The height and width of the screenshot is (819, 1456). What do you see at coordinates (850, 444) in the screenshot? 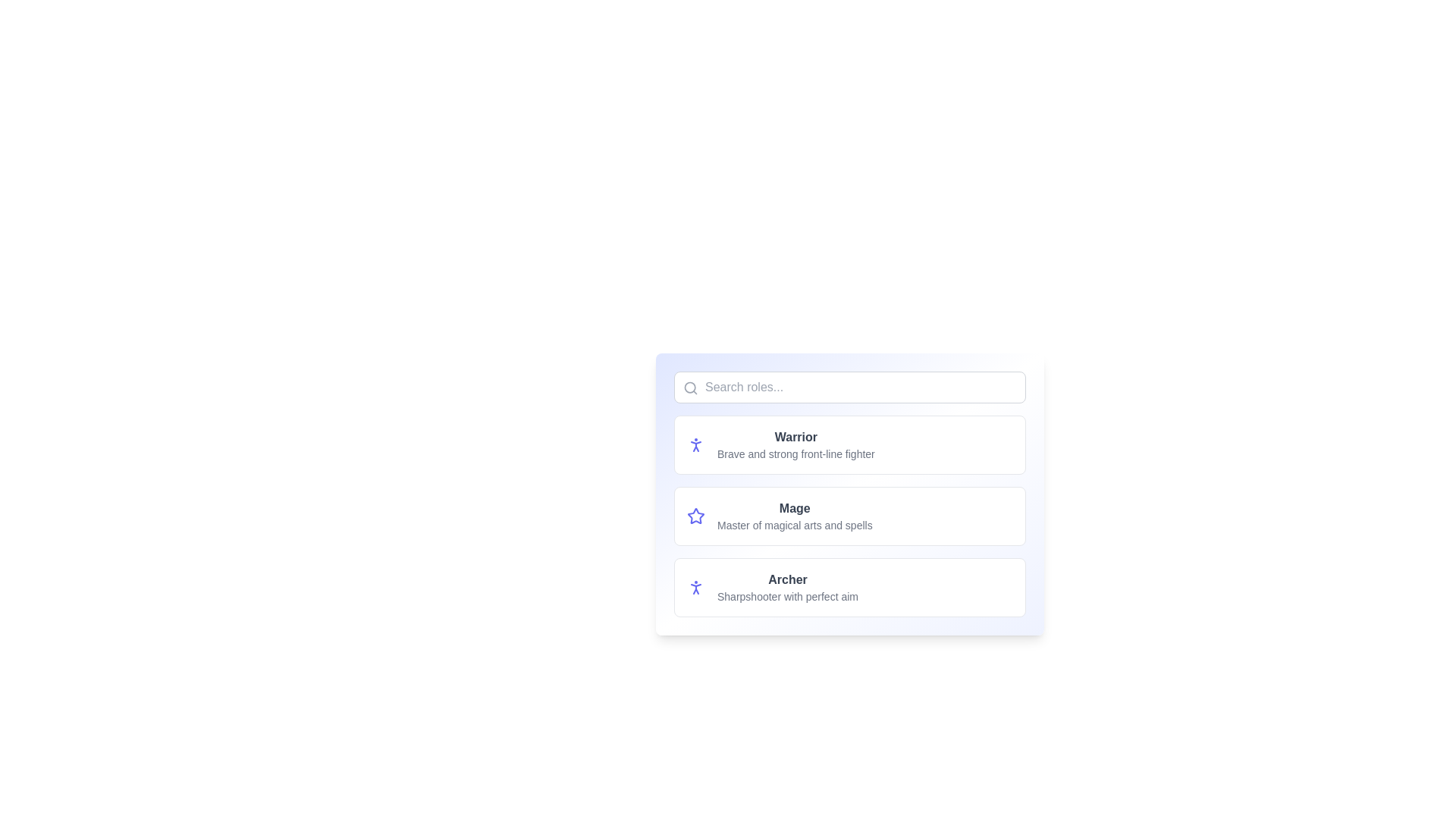
I see `the role option element labeled 'Warrior' for keyboard selection by moving the cursor to its center` at bounding box center [850, 444].